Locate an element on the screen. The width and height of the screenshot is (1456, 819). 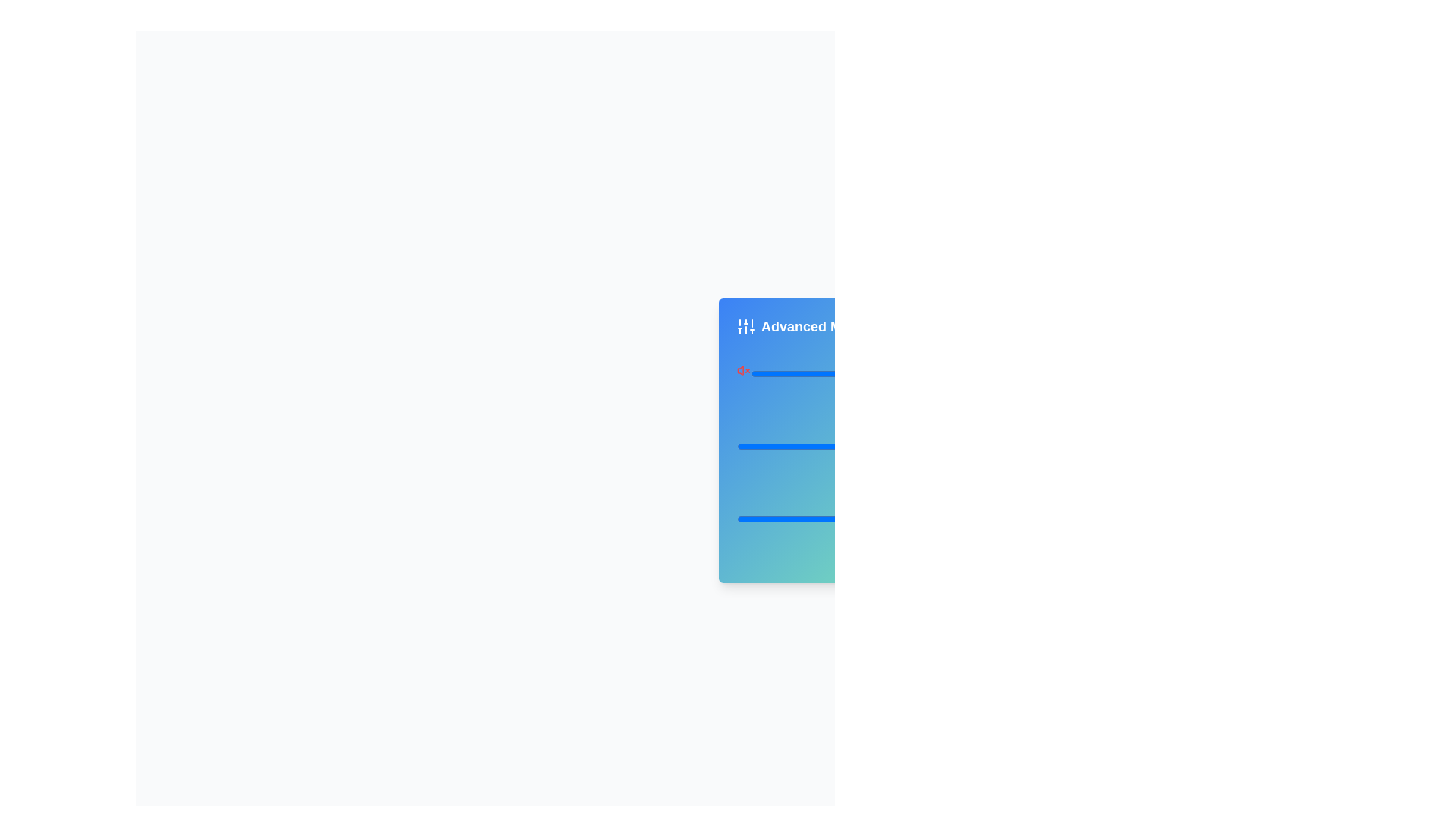
the balance value is located at coordinates (899, 446).